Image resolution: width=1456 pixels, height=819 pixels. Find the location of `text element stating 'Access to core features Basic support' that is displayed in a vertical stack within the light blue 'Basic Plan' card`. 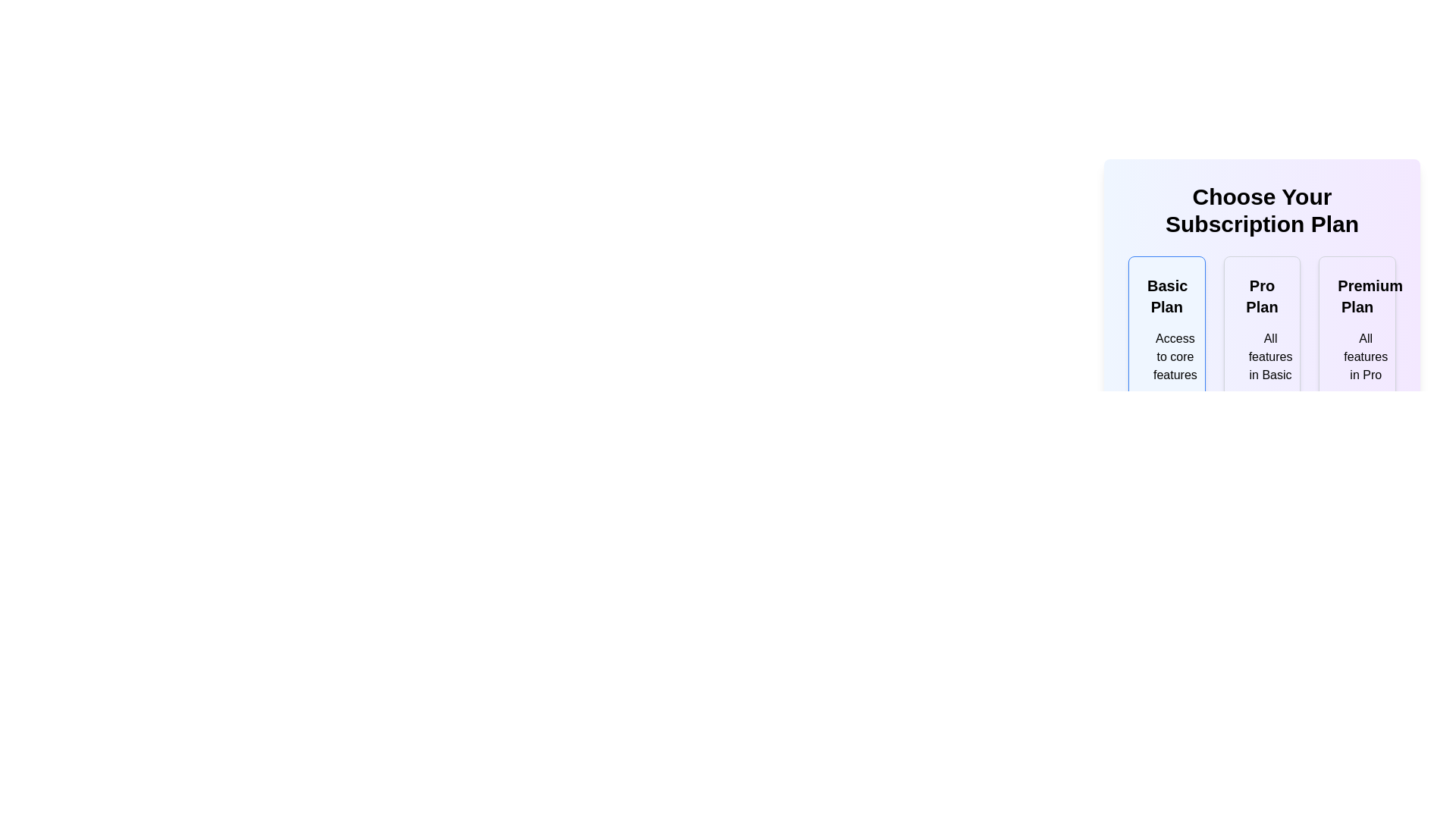

text element stating 'Access to core features Basic support' that is displayed in a vertical stack within the light blue 'Basic Plan' card is located at coordinates (1166, 377).